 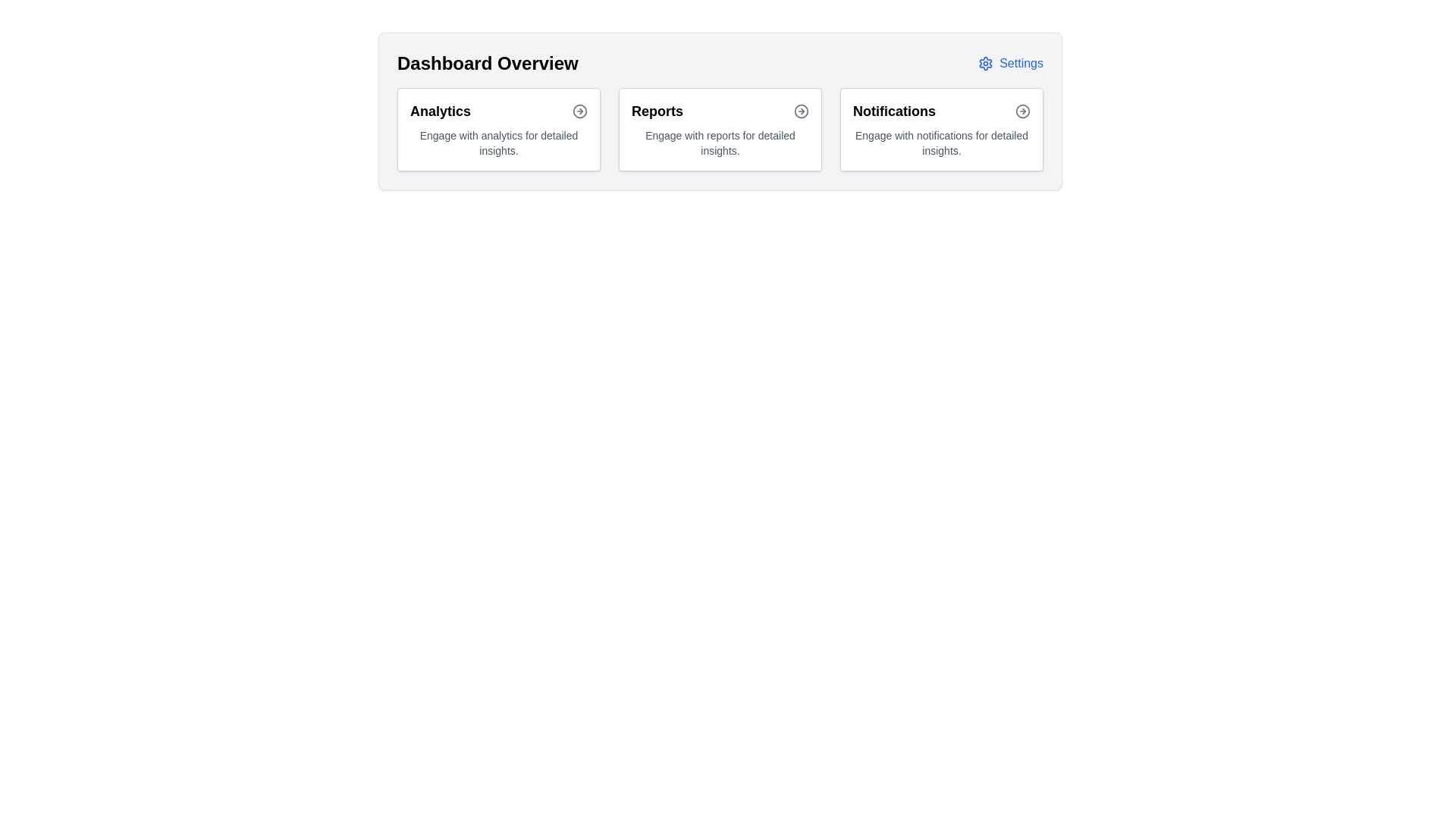 I want to click on the 'Reports' title text, which is styled in a large, bold, and capitalized font, located in the middle card of a horizontal row of three cards, so click(x=657, y=110).